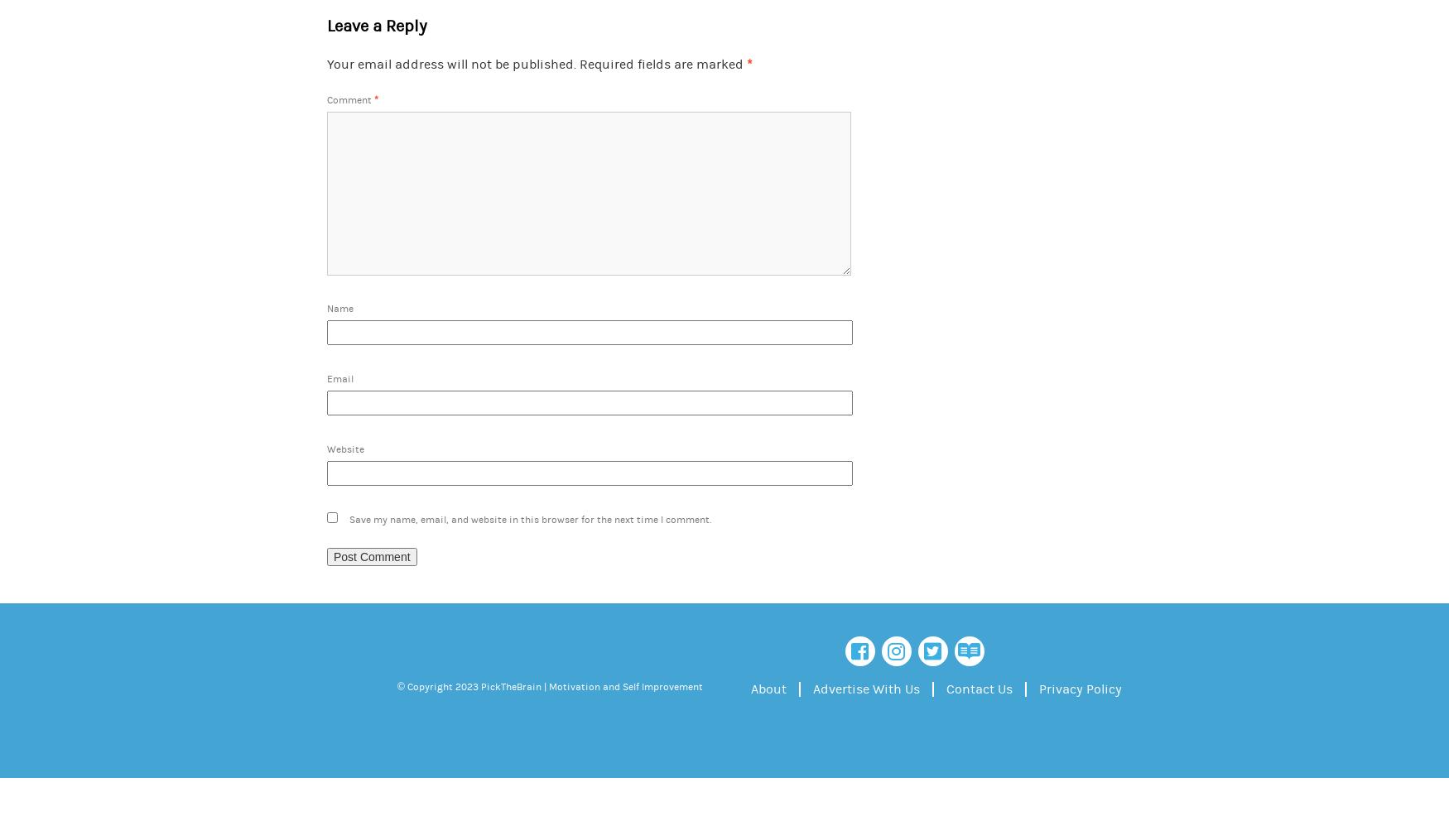  I want to click on 'Your email address will not be published.', so click(450, 64).